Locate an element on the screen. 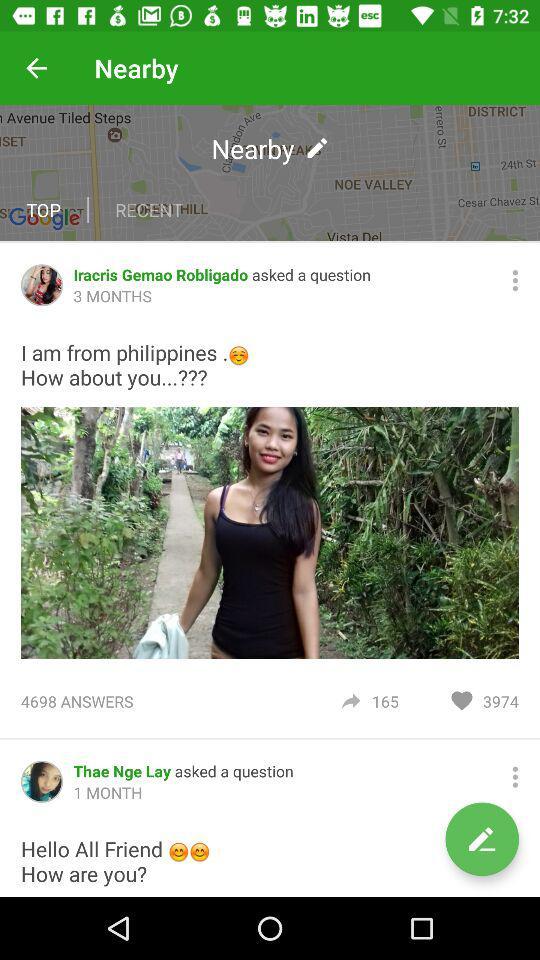  the recent icon is located at coordinates (148, 210).